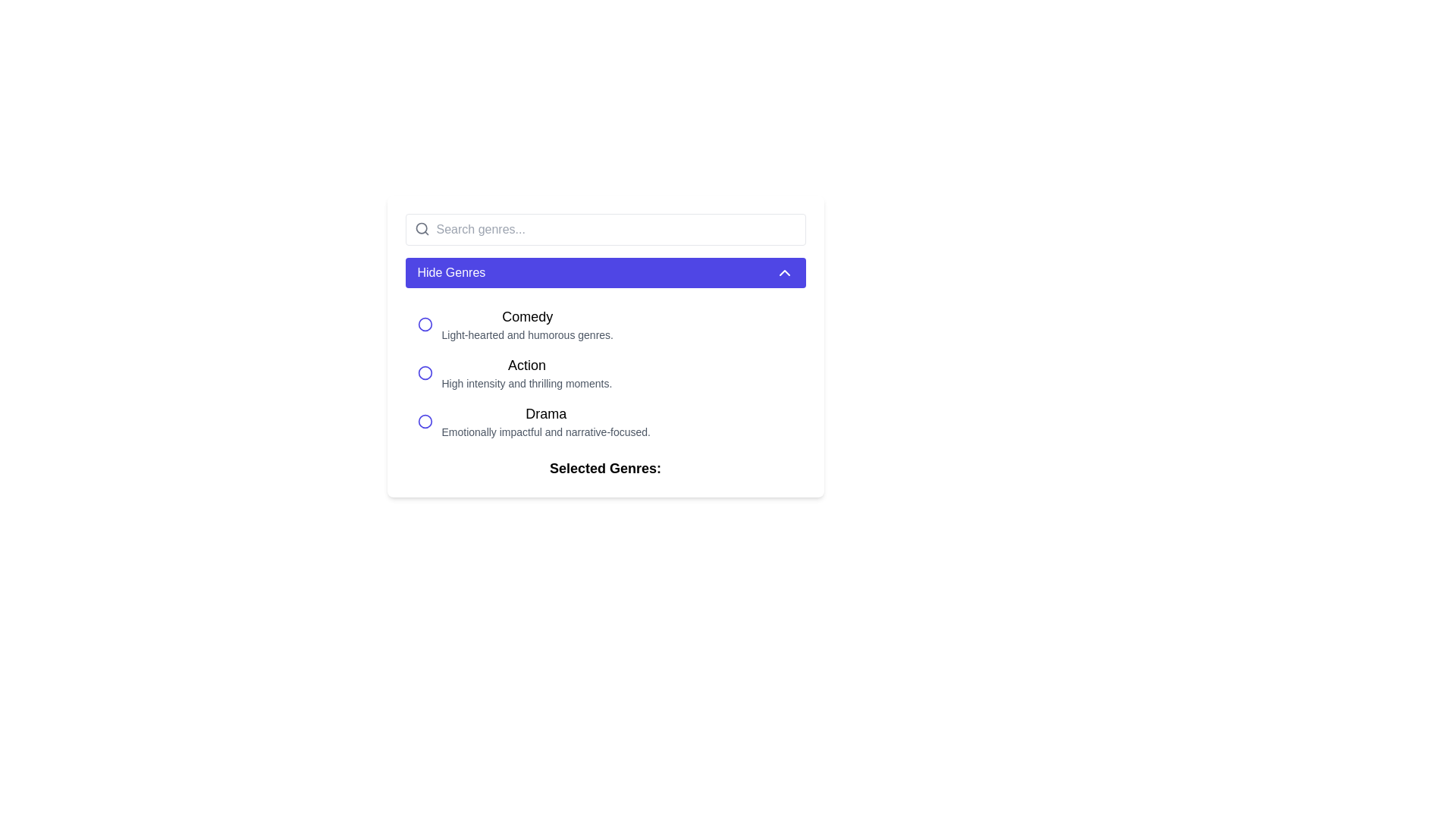 This screenshot has height=819, width=1456. I want to click on the 'Action' genre option selector, so click(604, 373).